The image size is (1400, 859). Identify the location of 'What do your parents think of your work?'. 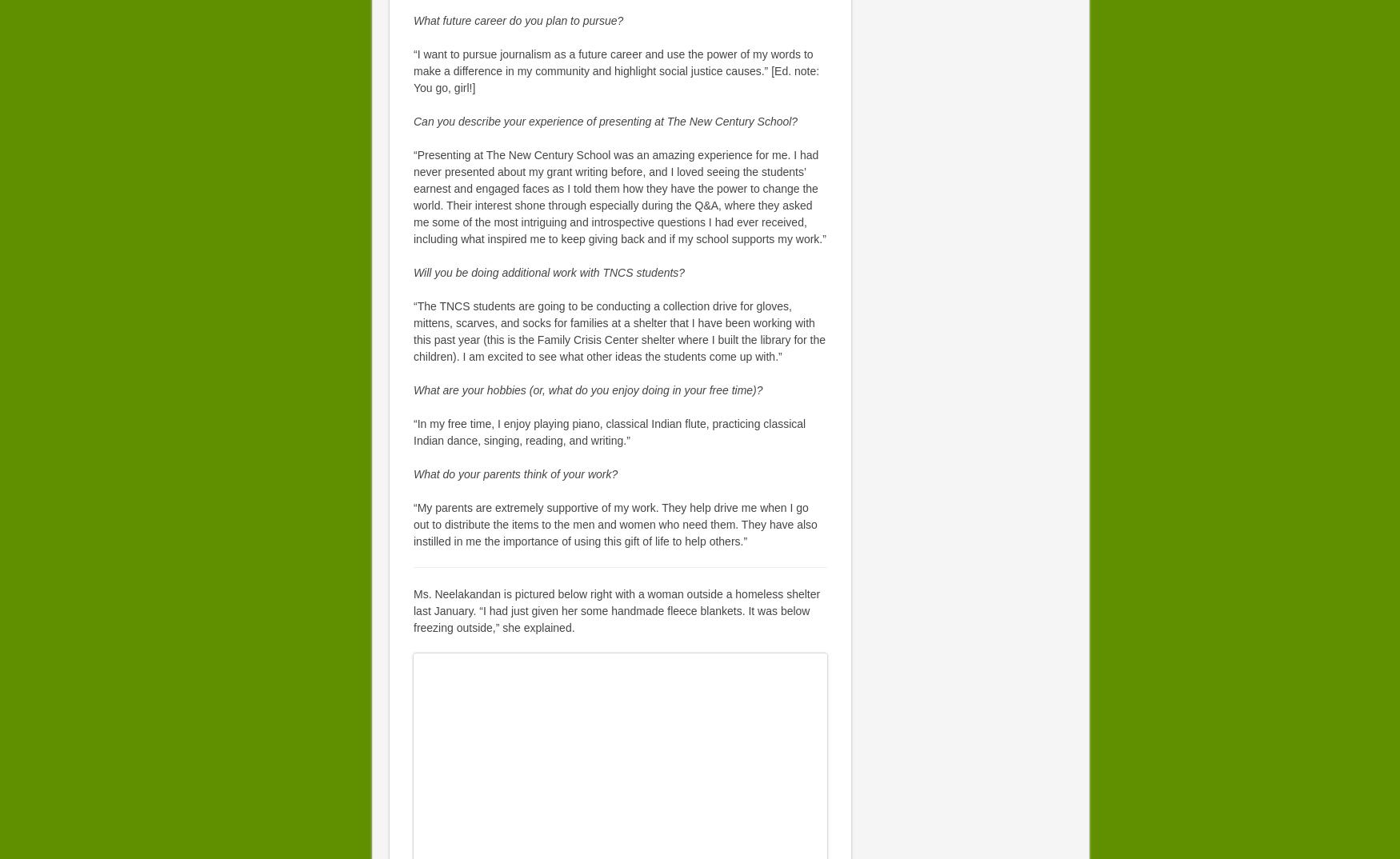
(412, 473).